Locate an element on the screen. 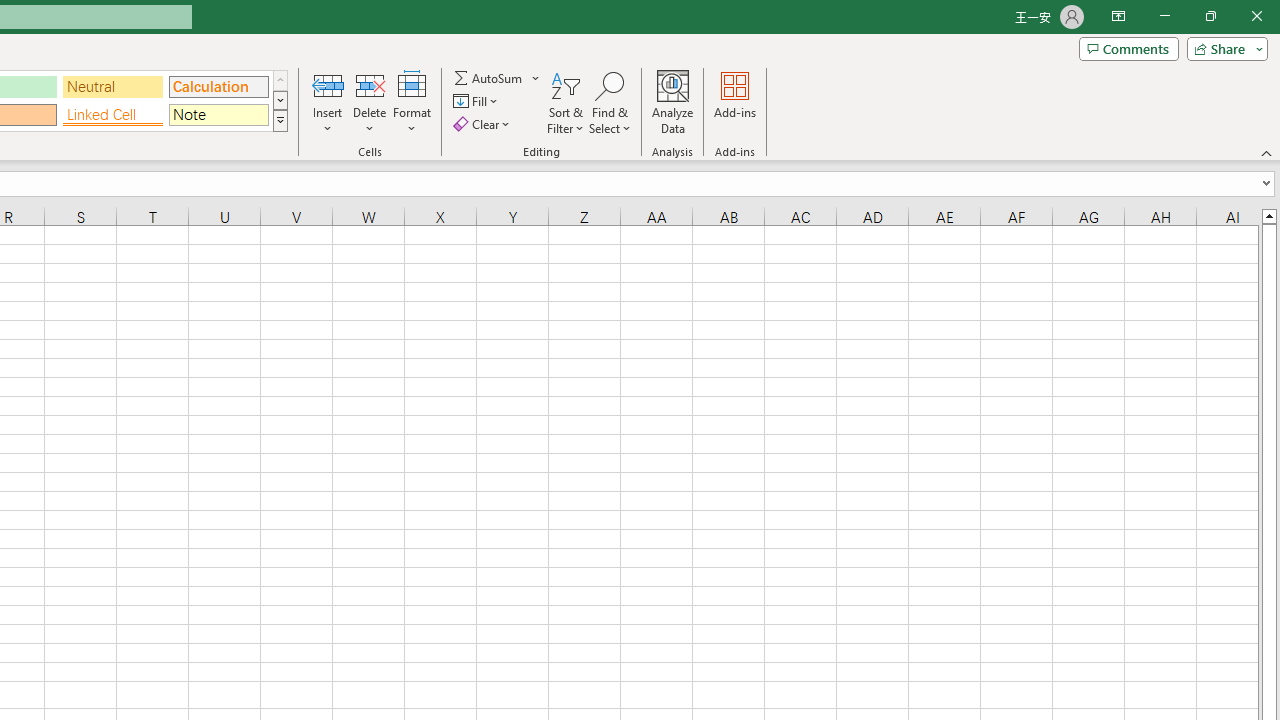 The height and width of the screenshot is (720, 1280). 'Class: NetUIImage' is located at coordinates (279, 120).